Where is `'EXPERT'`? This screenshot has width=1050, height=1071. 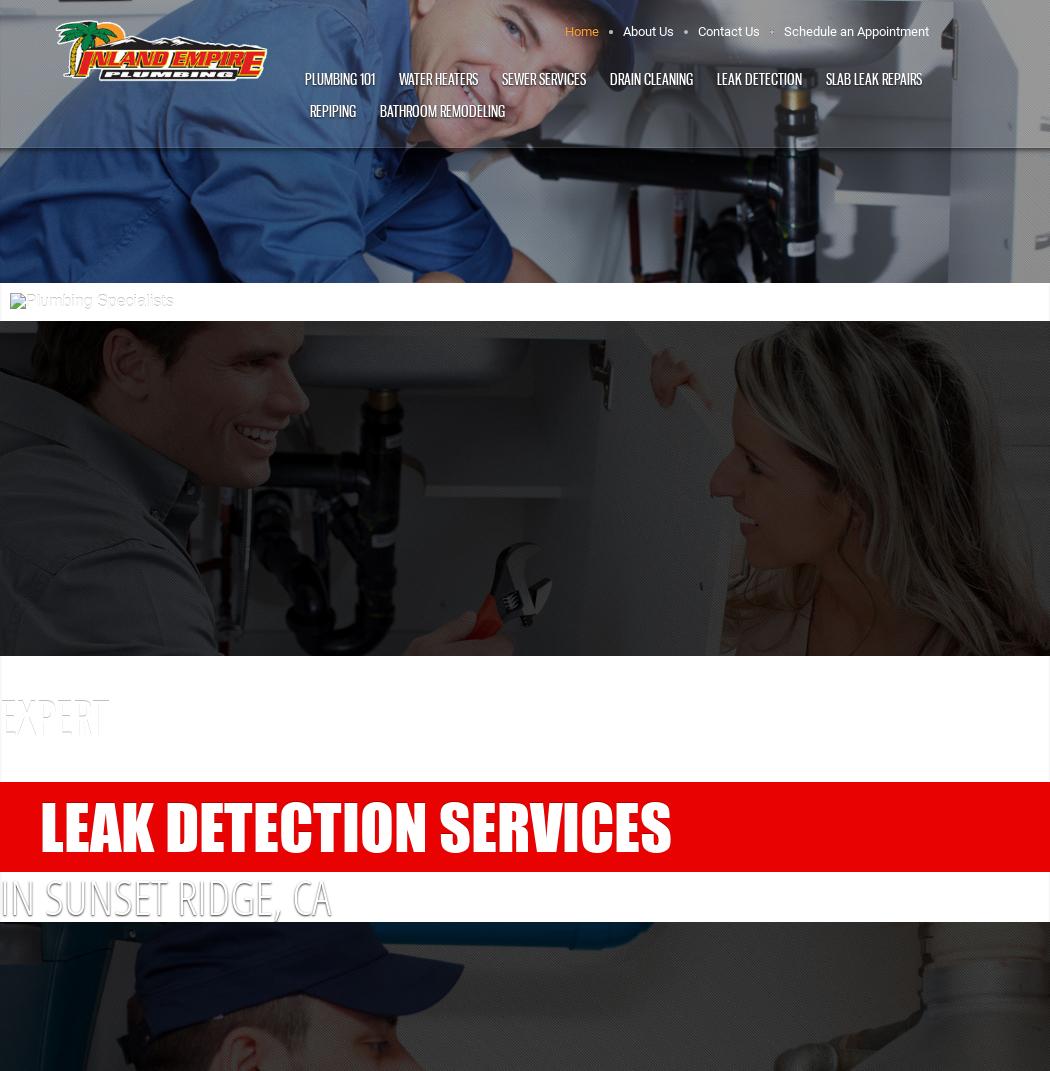
'EXPERT' is located at coordinates (54, 717).